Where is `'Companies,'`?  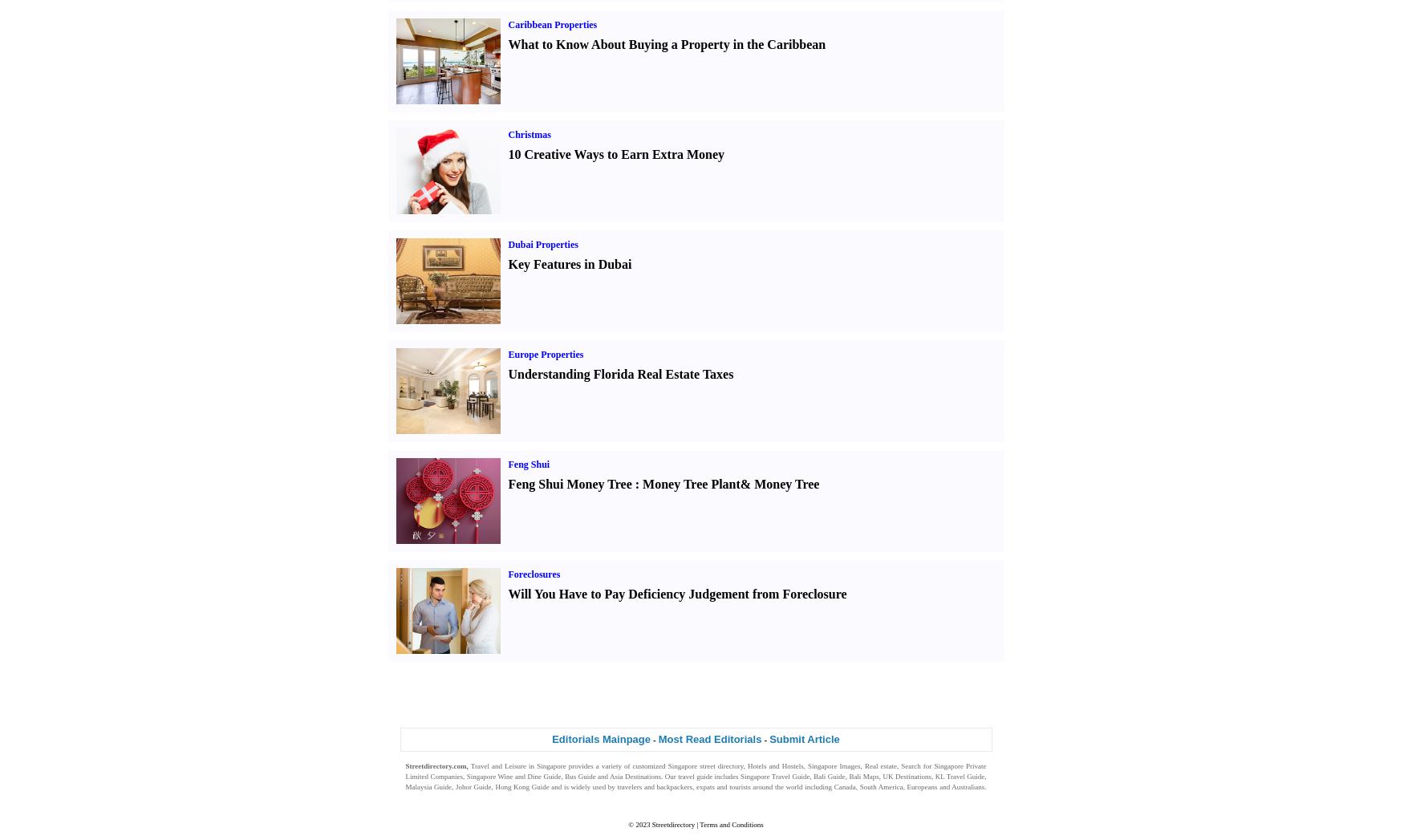
'Companies,' is located at coordinates (446, 775).